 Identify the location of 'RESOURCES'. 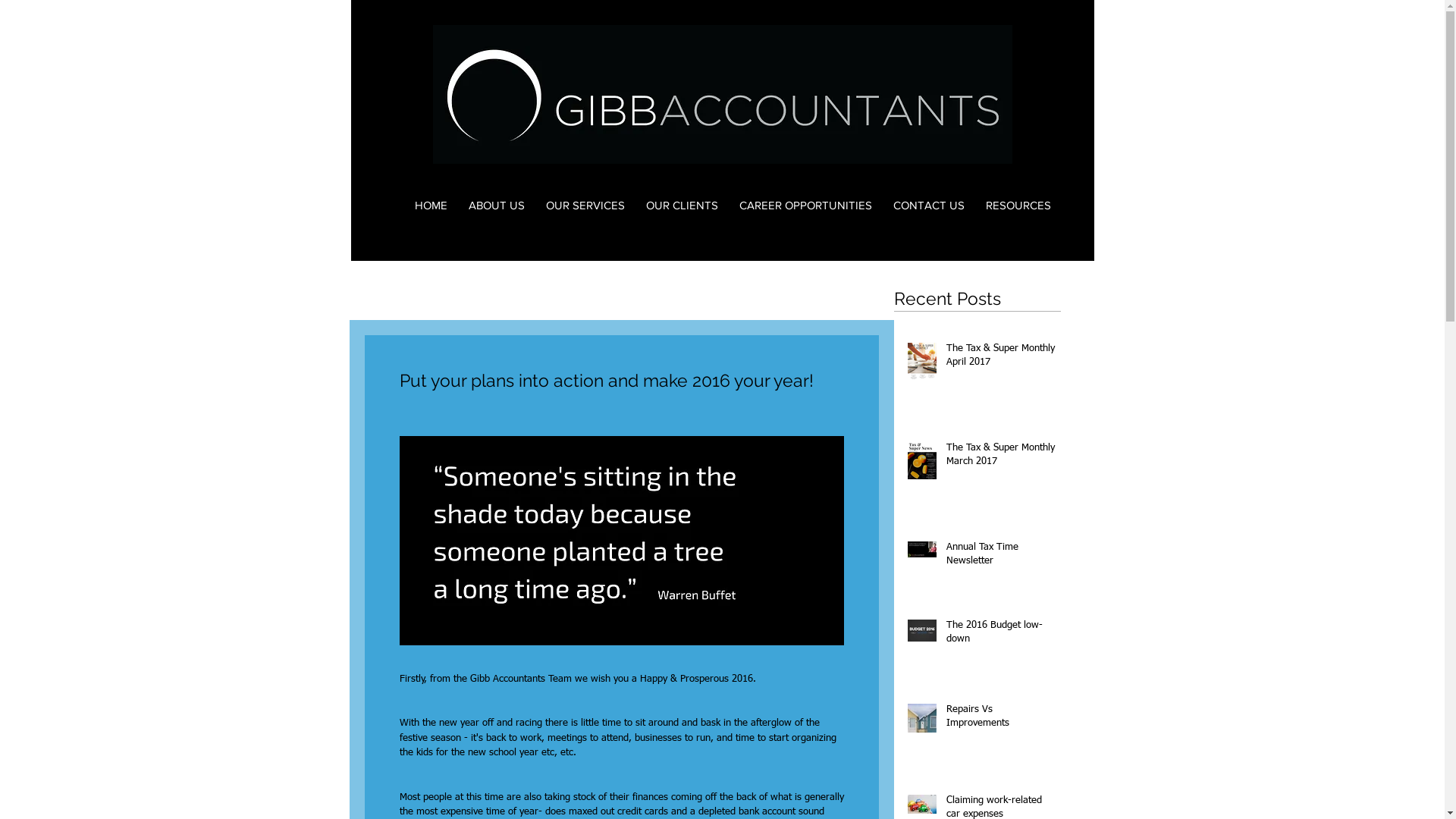
(1018, 205).